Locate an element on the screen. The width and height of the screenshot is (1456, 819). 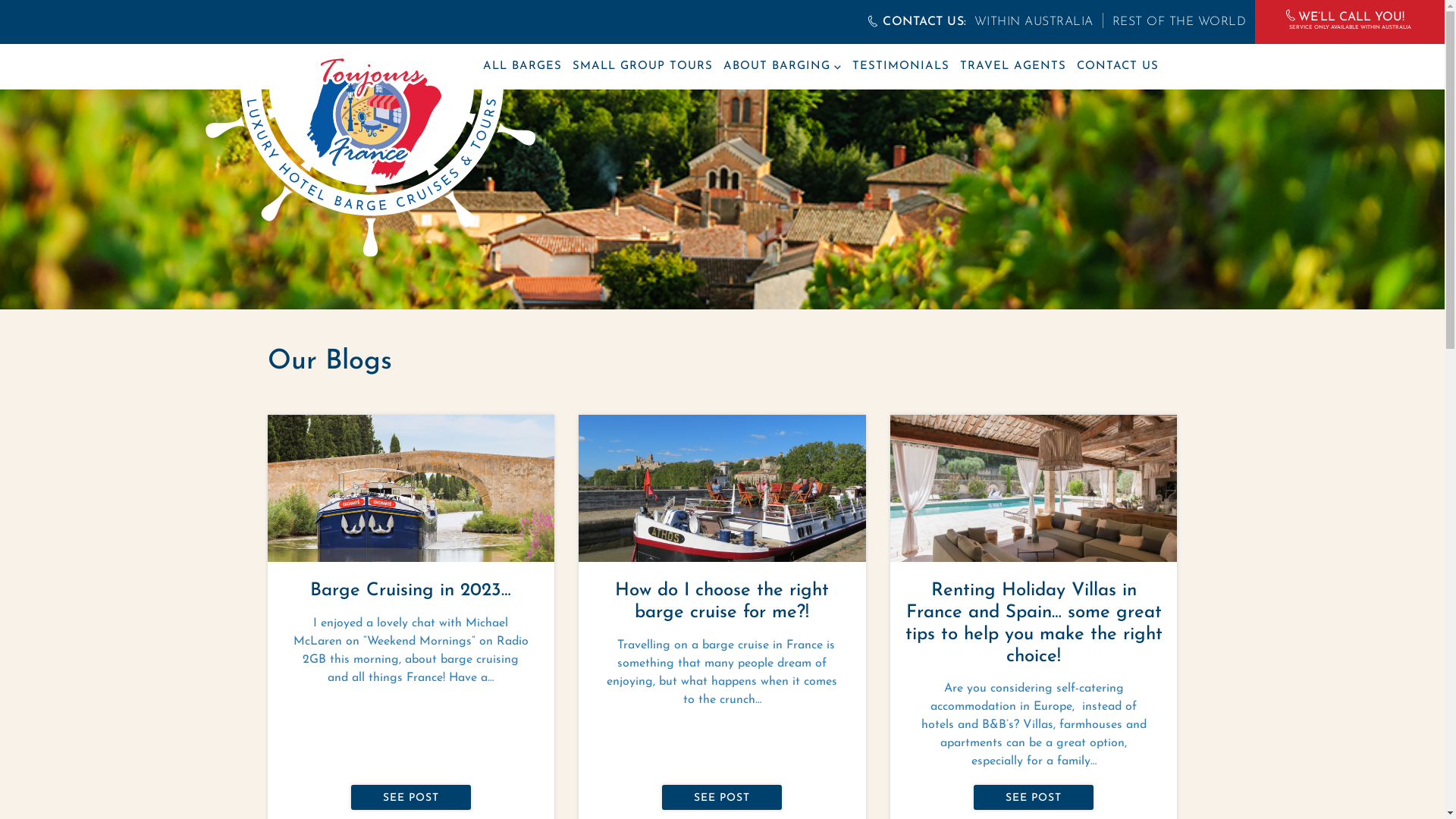
'TRAVEL AGENTS' is located at coordinates (959, 66).